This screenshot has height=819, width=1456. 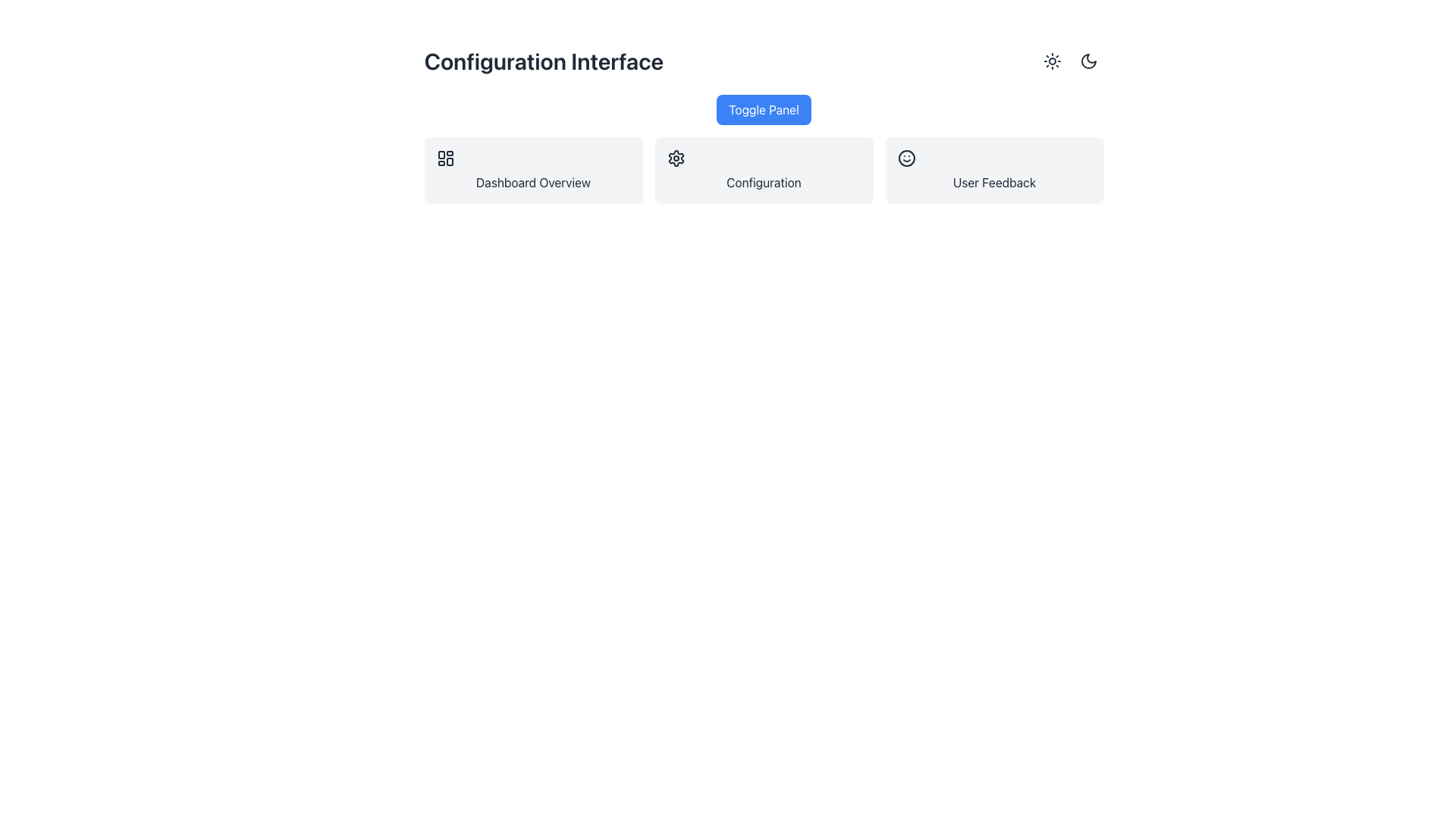 What do you see at coordinates (764, 124) in the screenshot?
I see `the blue rectangular button labeled 'Toggle Panel'` at bounding box center [764, 124].